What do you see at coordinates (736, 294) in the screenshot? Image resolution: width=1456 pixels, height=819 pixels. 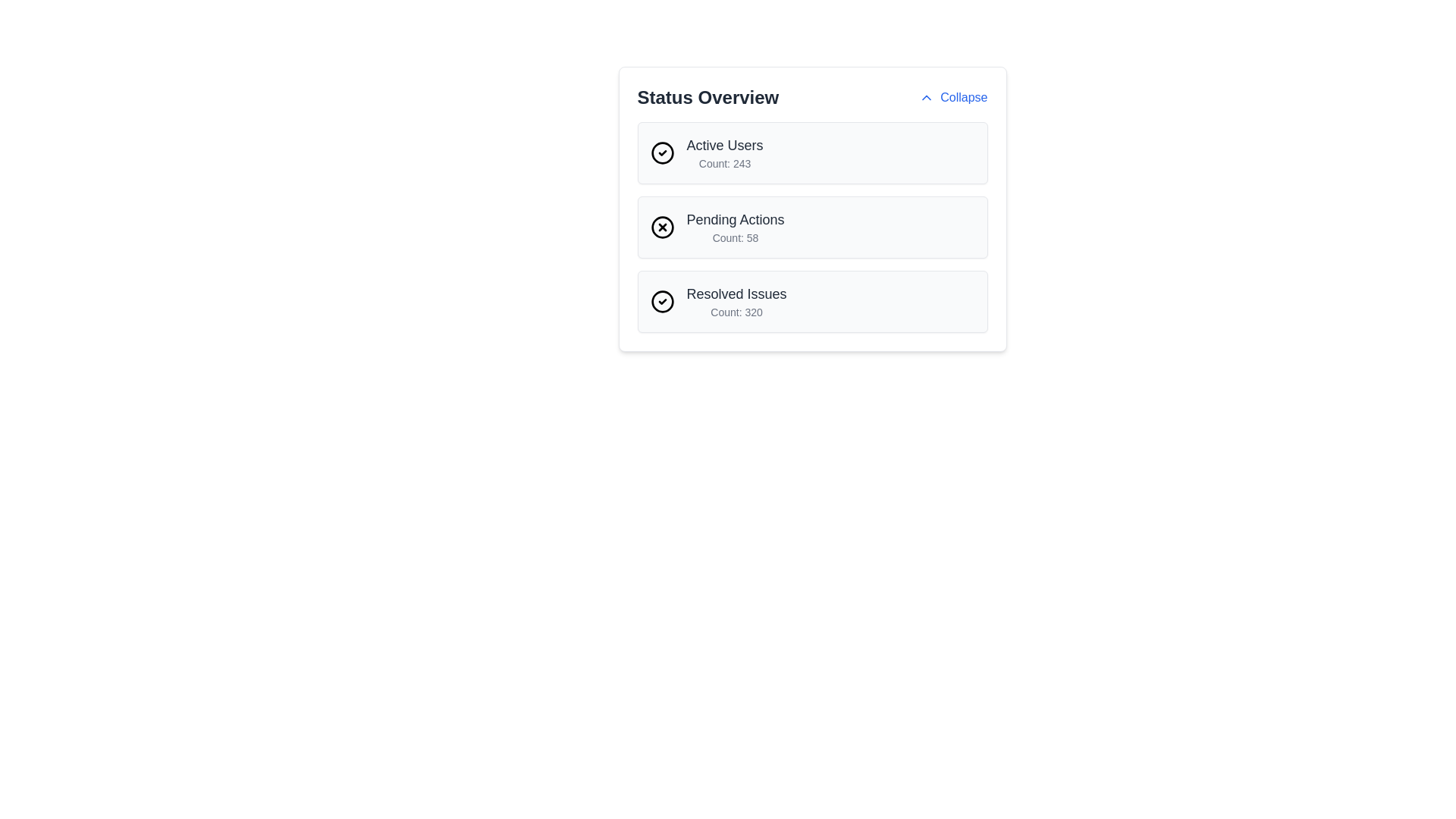 I see `the 'Resolved Issues' text label, which is prominently displayed in bold dark gray within the third card of the 'Status Overview' section on the left side of the interface` at bounding box center [736, 294].